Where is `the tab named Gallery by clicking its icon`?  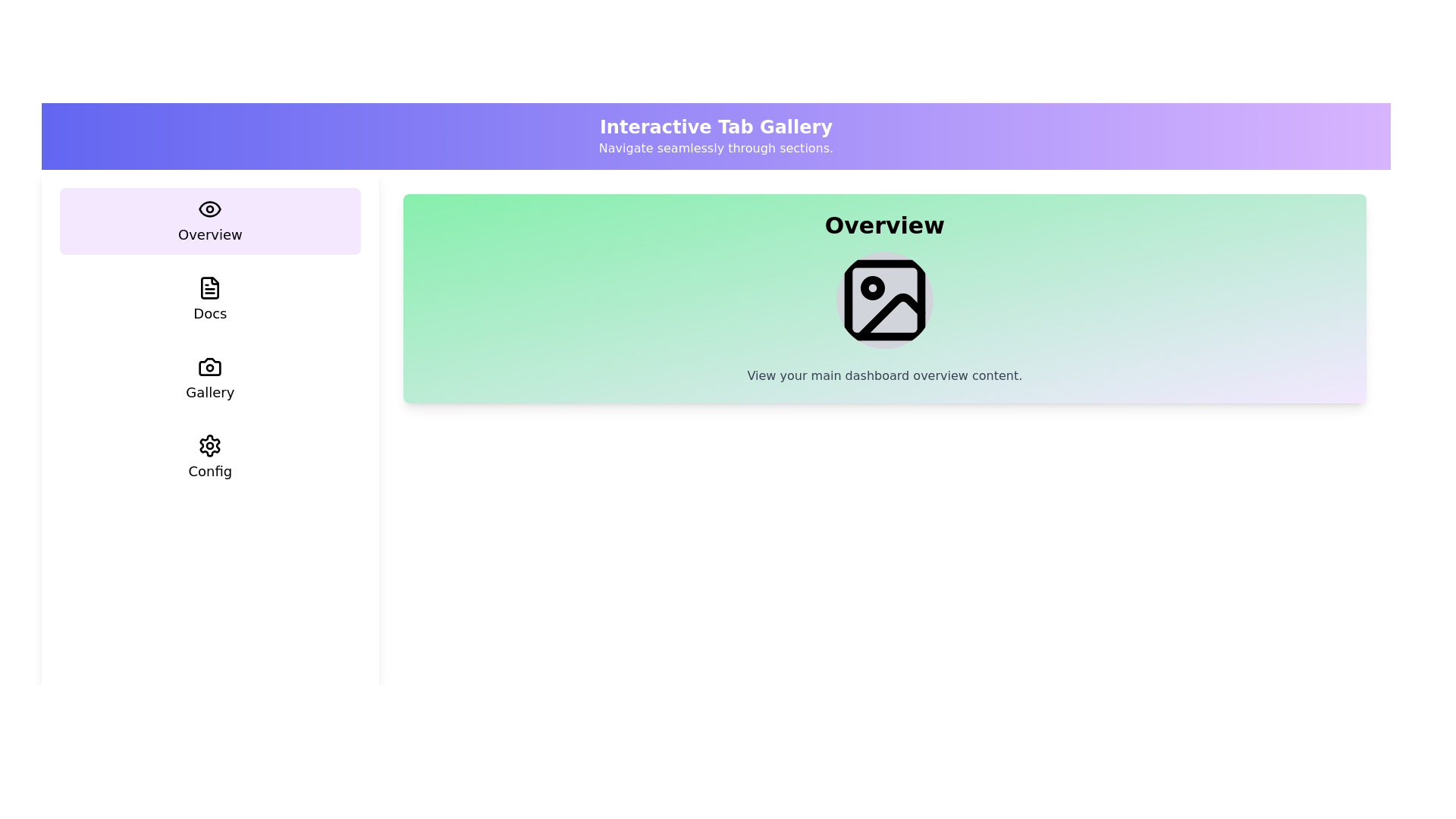
the tab named Gallery by clicking its icon is located at coordinates (209, 378).